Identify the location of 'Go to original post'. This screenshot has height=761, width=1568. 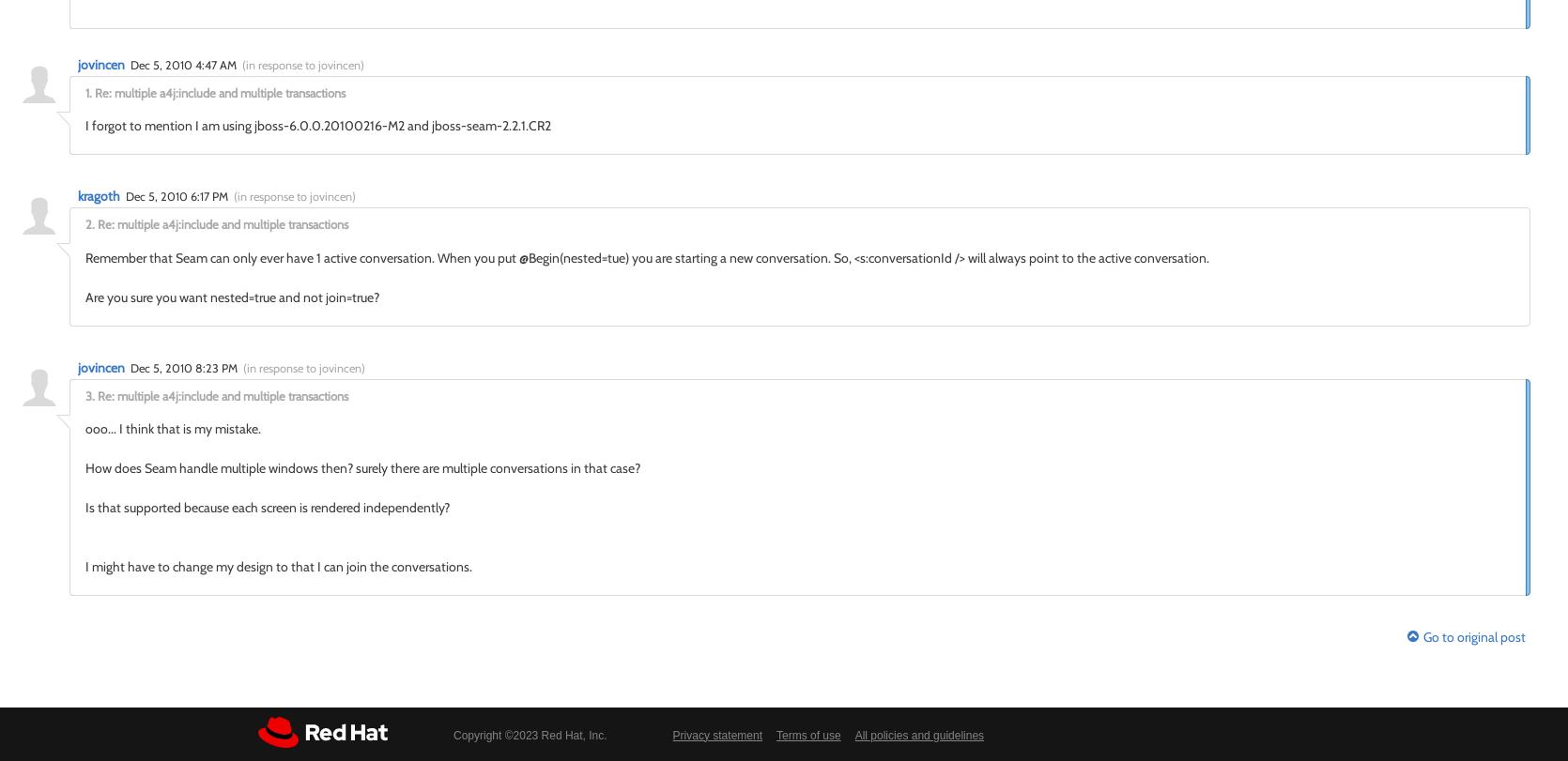
(1474, 635).